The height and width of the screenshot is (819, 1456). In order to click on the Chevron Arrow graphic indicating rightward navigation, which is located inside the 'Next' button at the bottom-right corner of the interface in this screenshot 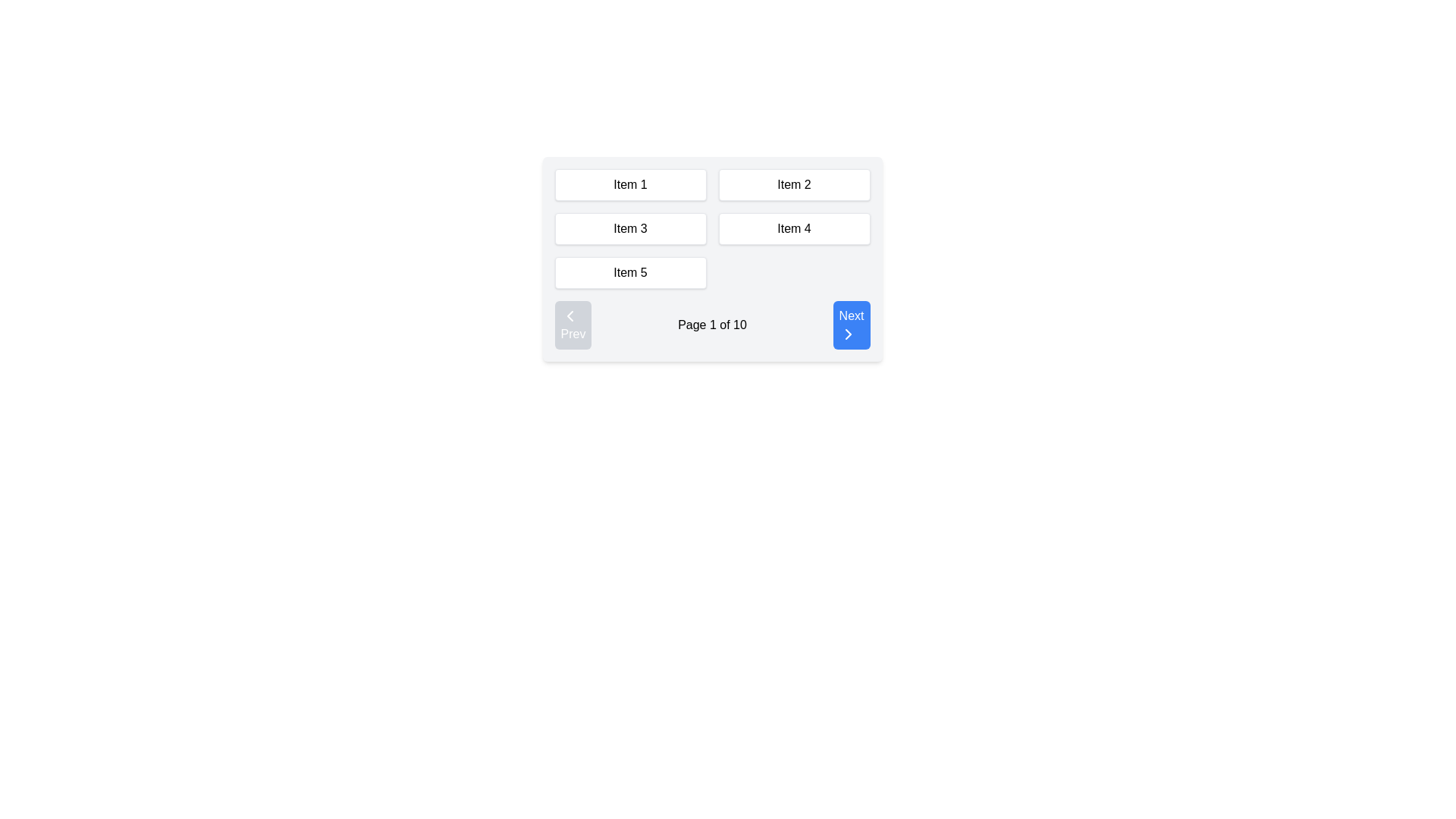, I will do `click(847, 333)`.